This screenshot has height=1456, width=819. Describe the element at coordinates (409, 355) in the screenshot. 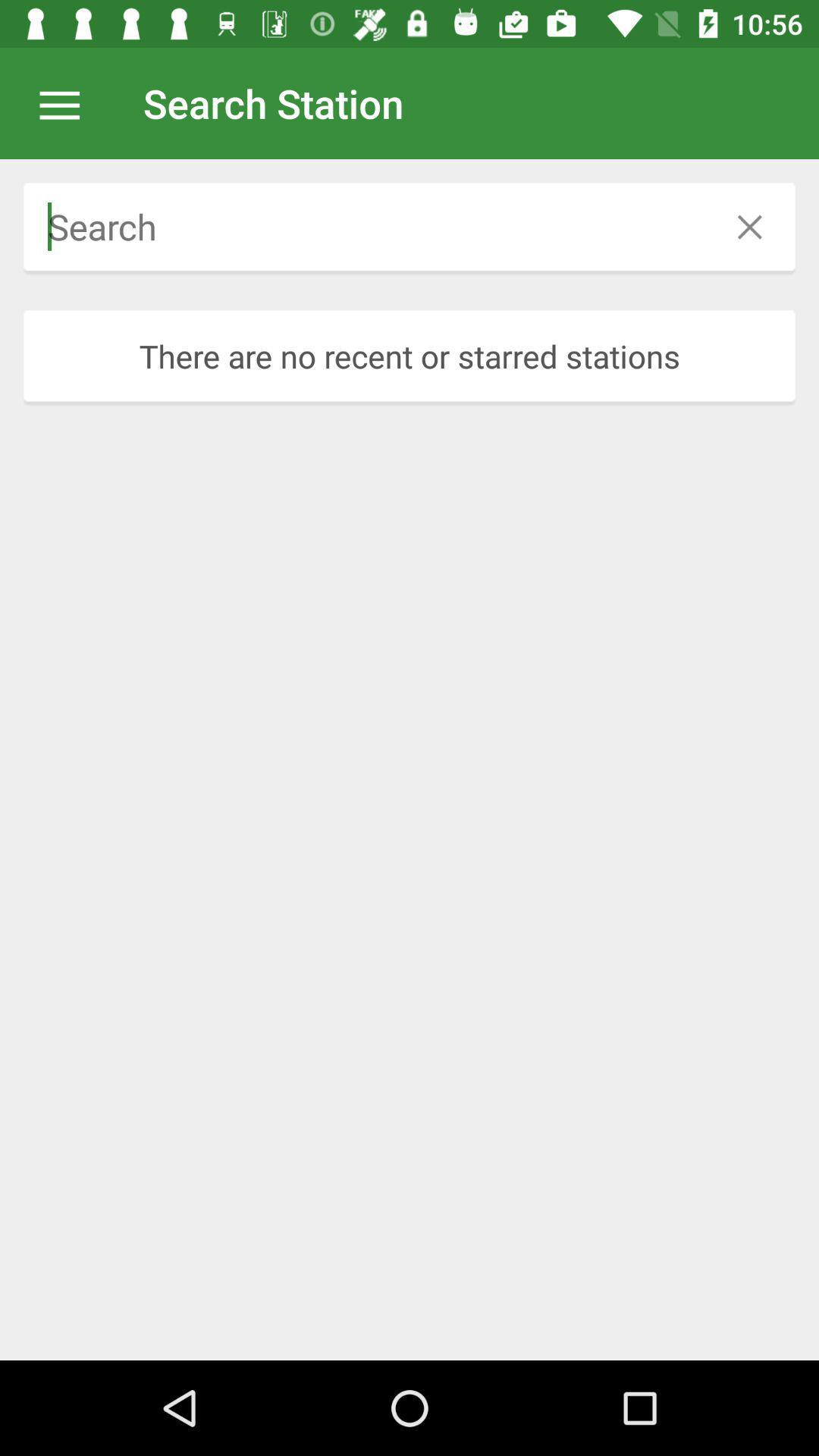

I see `the there are no item` at that location.